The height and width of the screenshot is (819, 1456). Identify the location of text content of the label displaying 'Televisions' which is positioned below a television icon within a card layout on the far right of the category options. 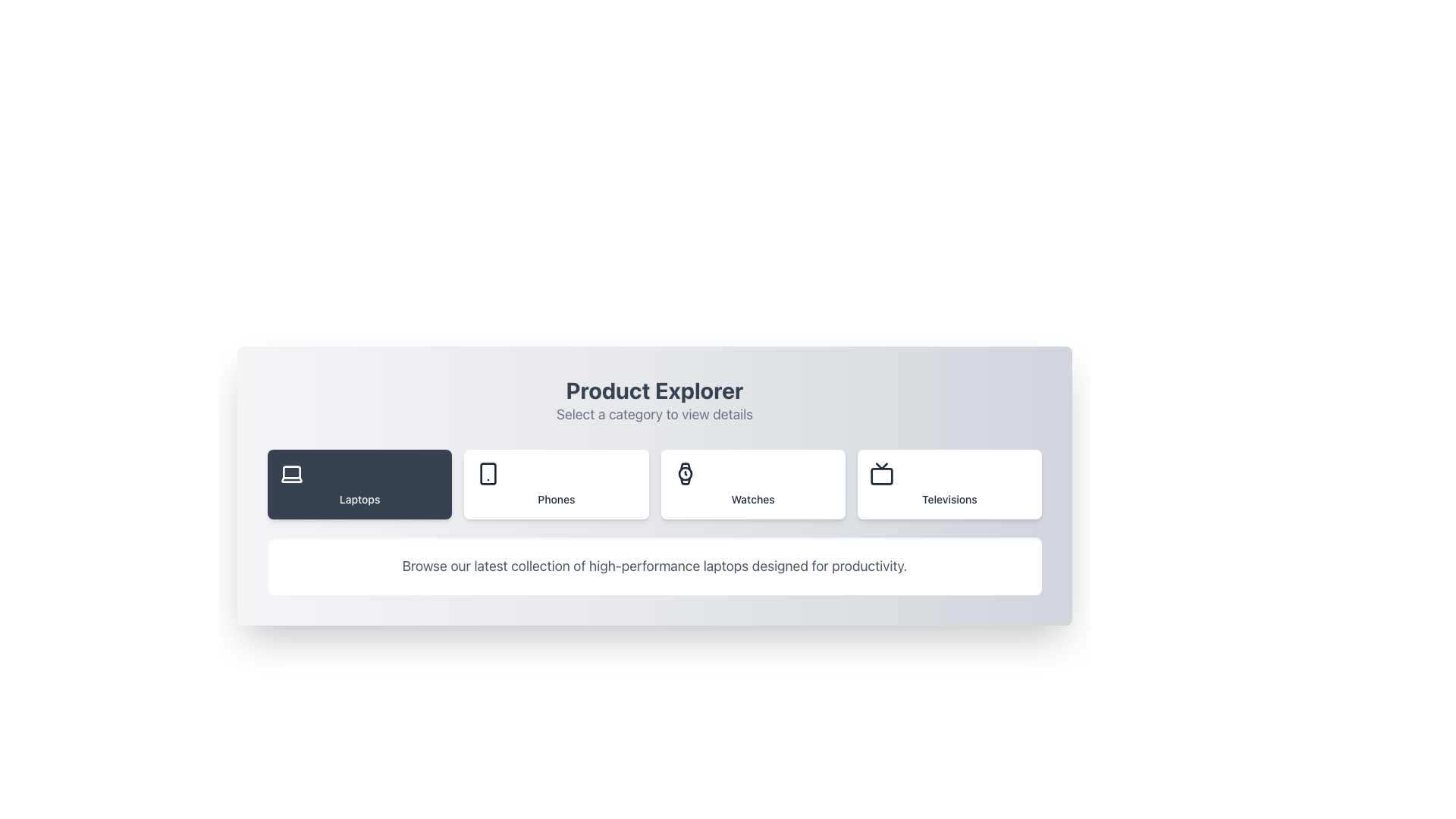
(949, 500).